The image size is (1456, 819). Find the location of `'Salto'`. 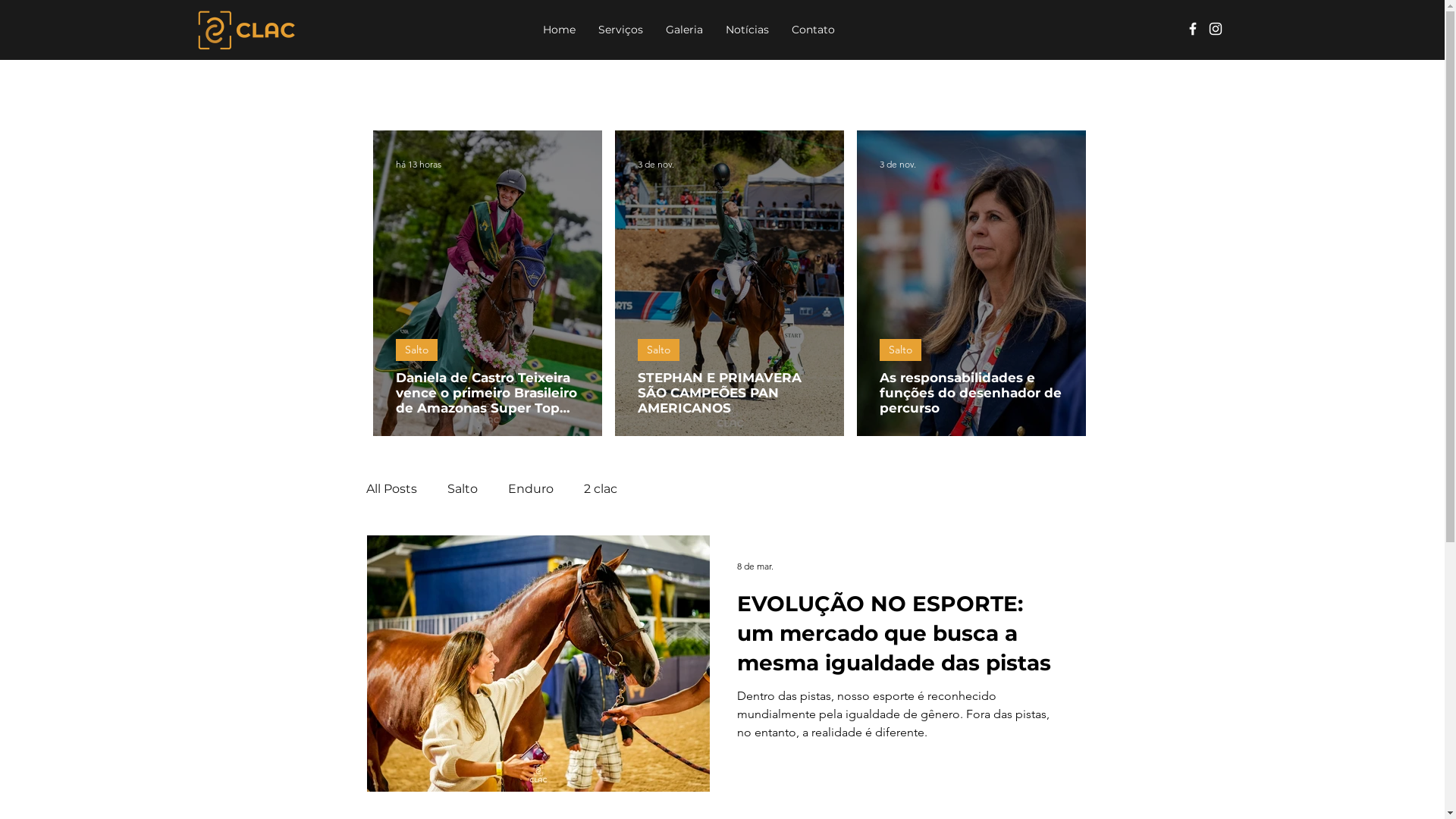

'Salto' is located at coordinates (900, 350).